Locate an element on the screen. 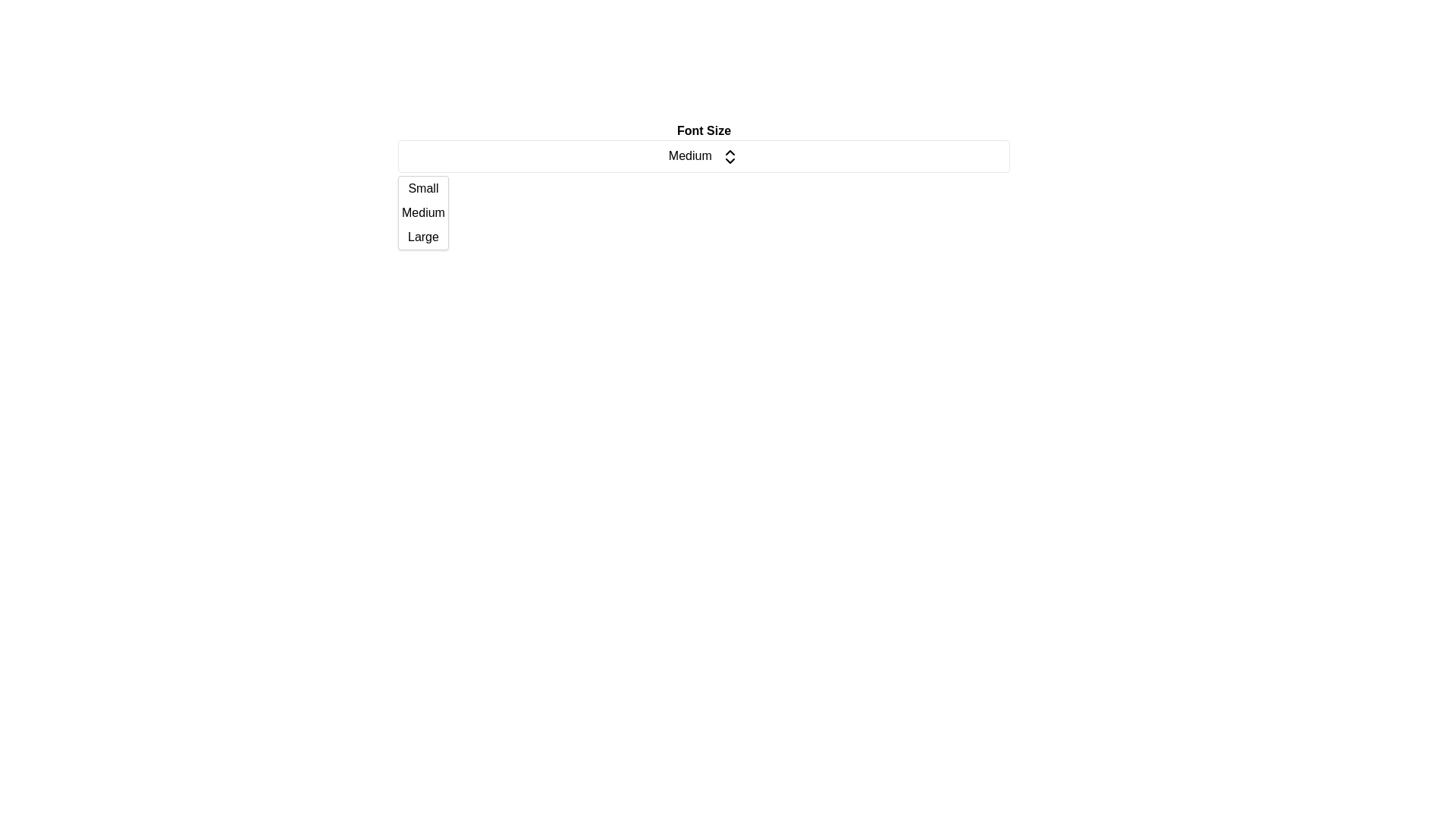 The image size is (1456, 819). the 'Font Size' dropdown menu is located at coordinates (703, 147).